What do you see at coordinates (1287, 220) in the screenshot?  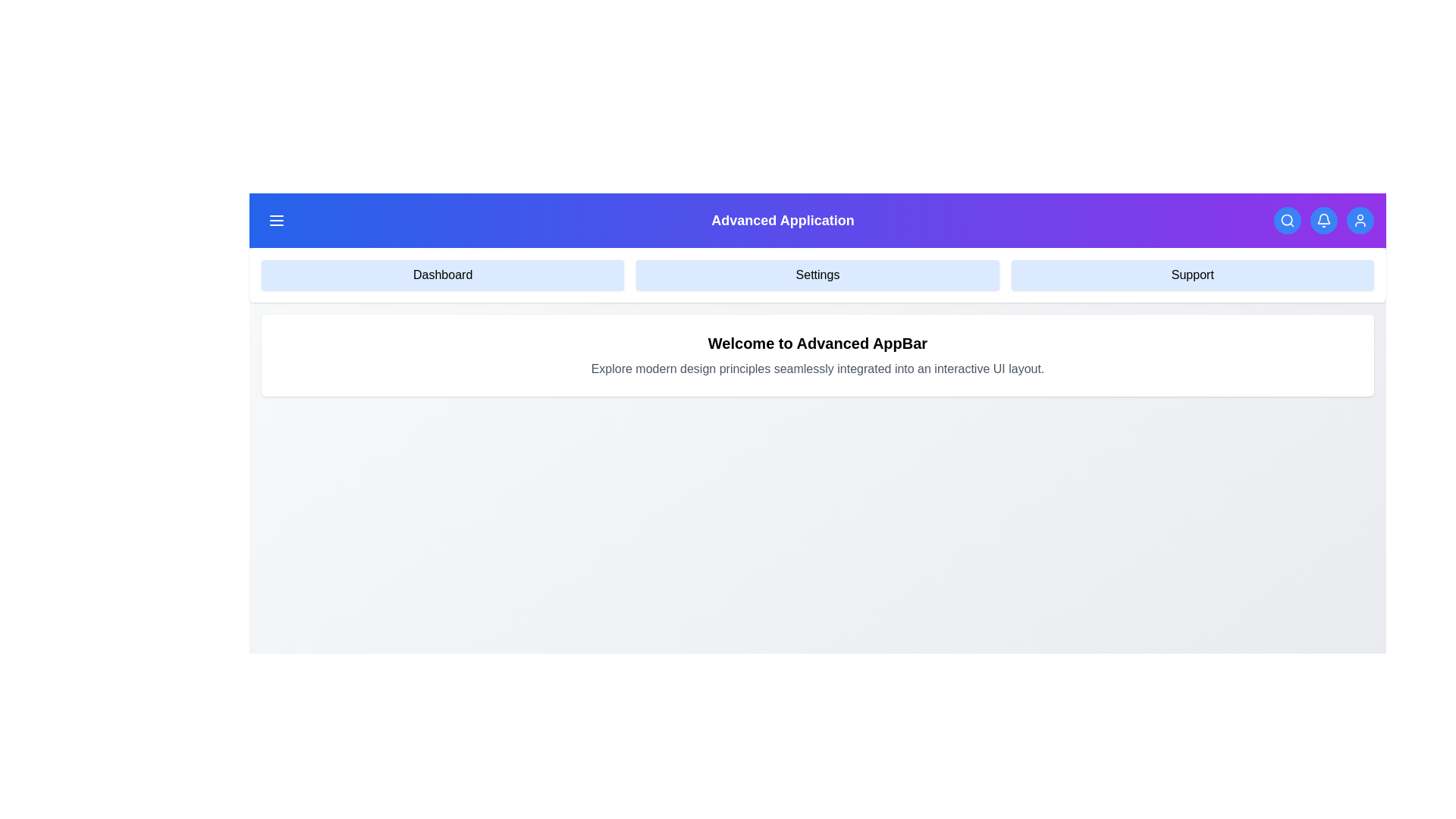 I see `the search icon in the app bar` at bounding box center [1287, 220].